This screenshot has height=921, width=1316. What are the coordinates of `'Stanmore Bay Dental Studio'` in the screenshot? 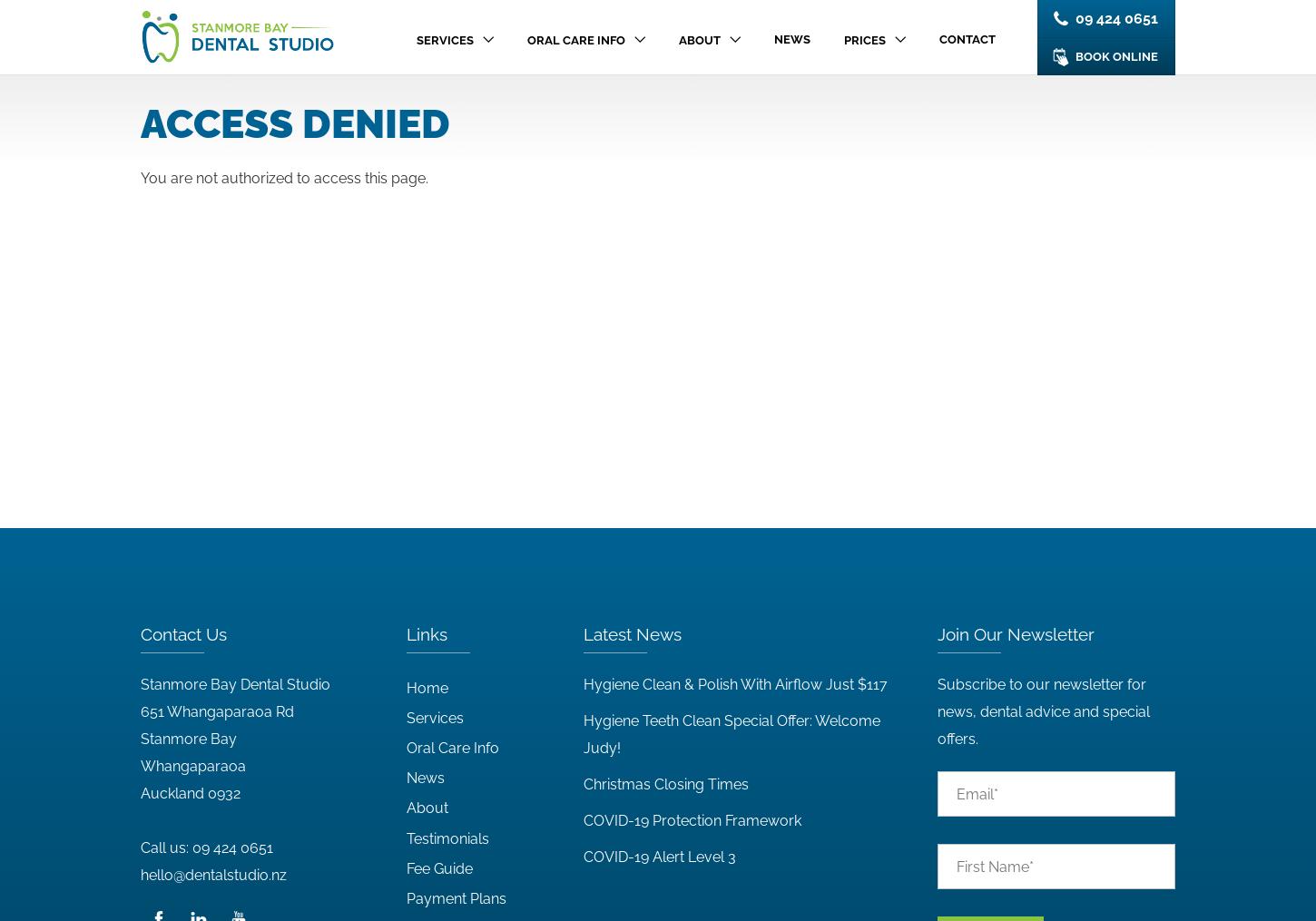 It's located at (140, 683).